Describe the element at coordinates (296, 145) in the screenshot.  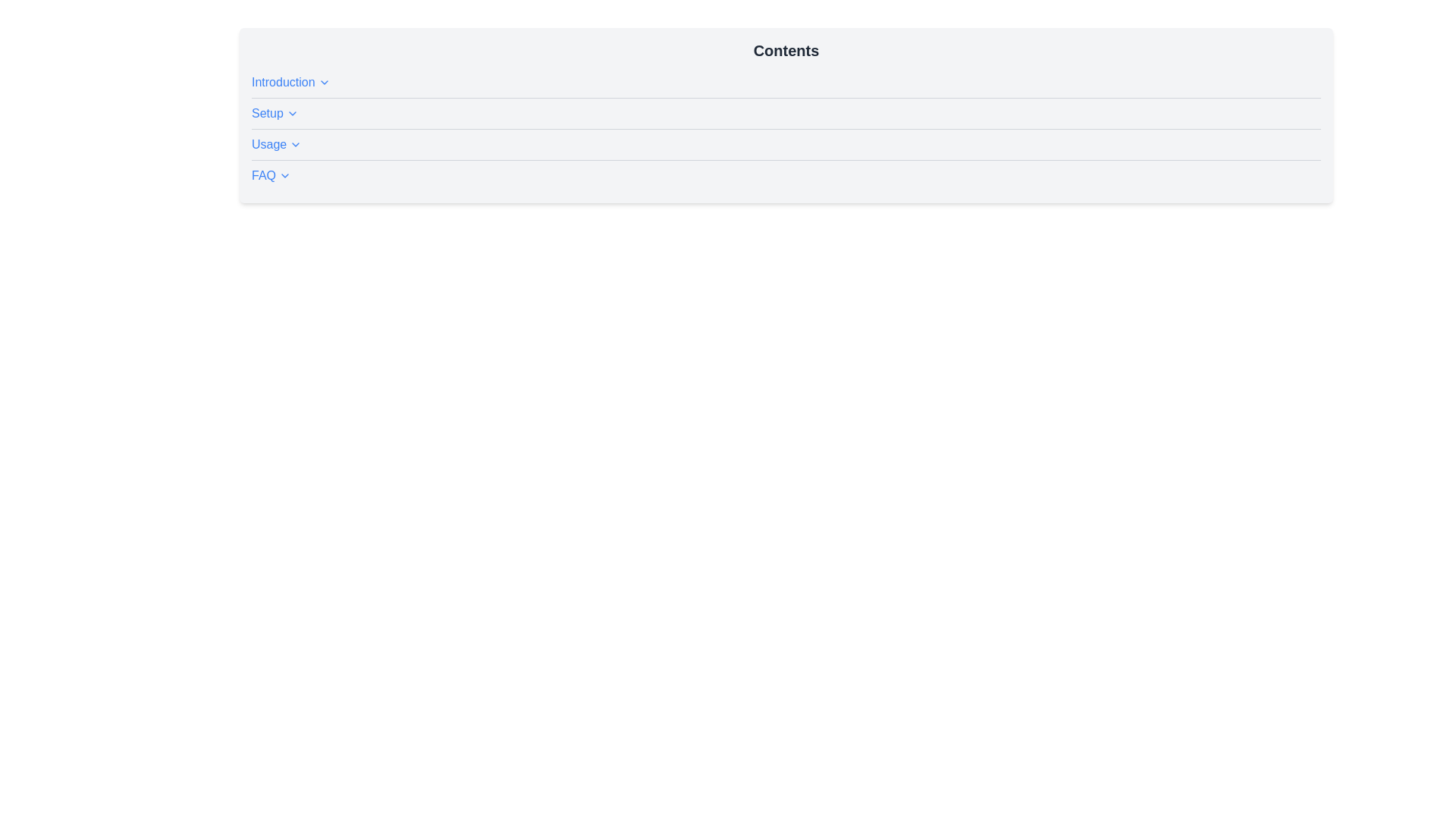
I see `the downwards pointing chevron icon` at that location.